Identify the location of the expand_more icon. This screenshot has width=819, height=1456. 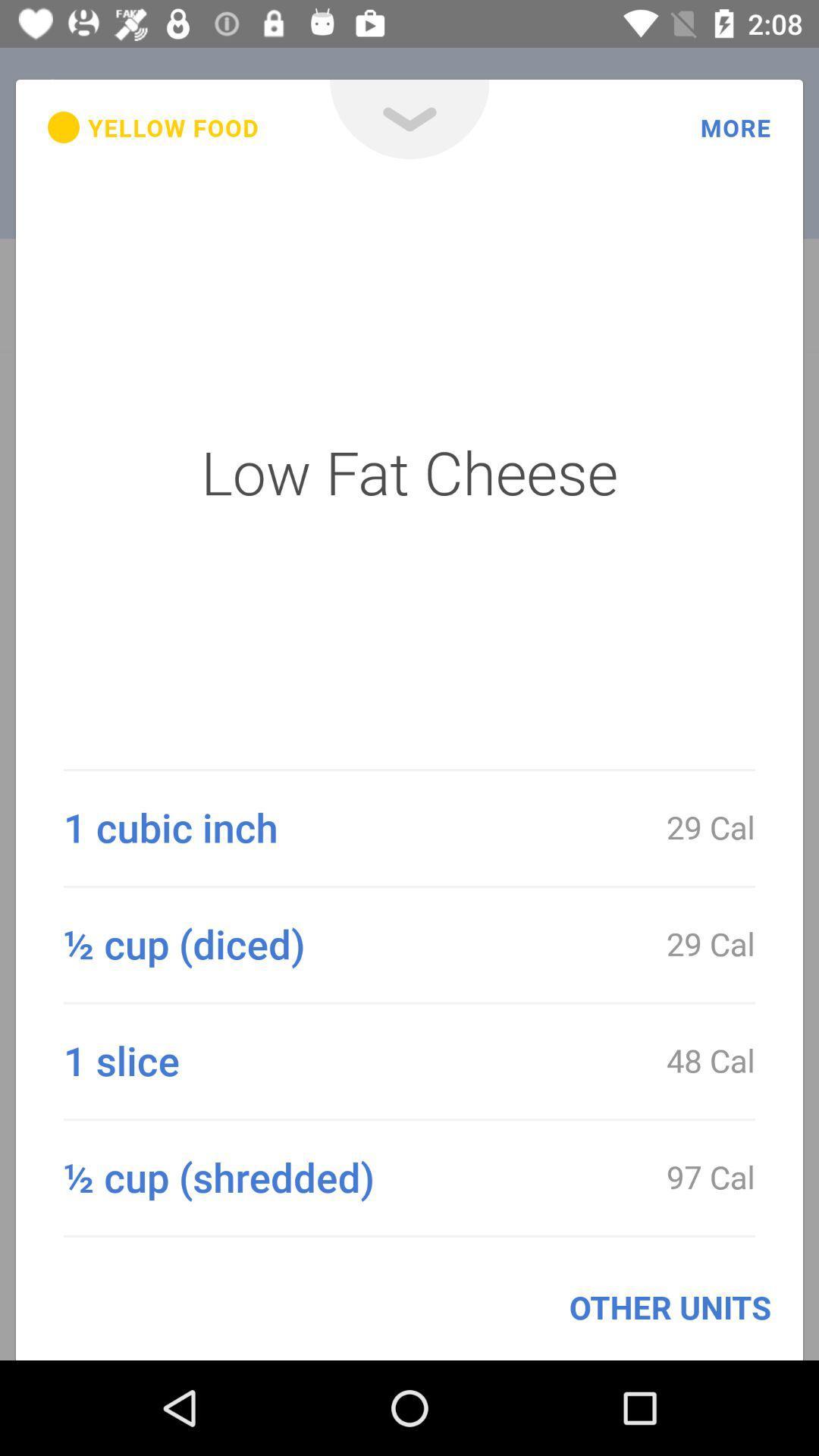
(409, 118).